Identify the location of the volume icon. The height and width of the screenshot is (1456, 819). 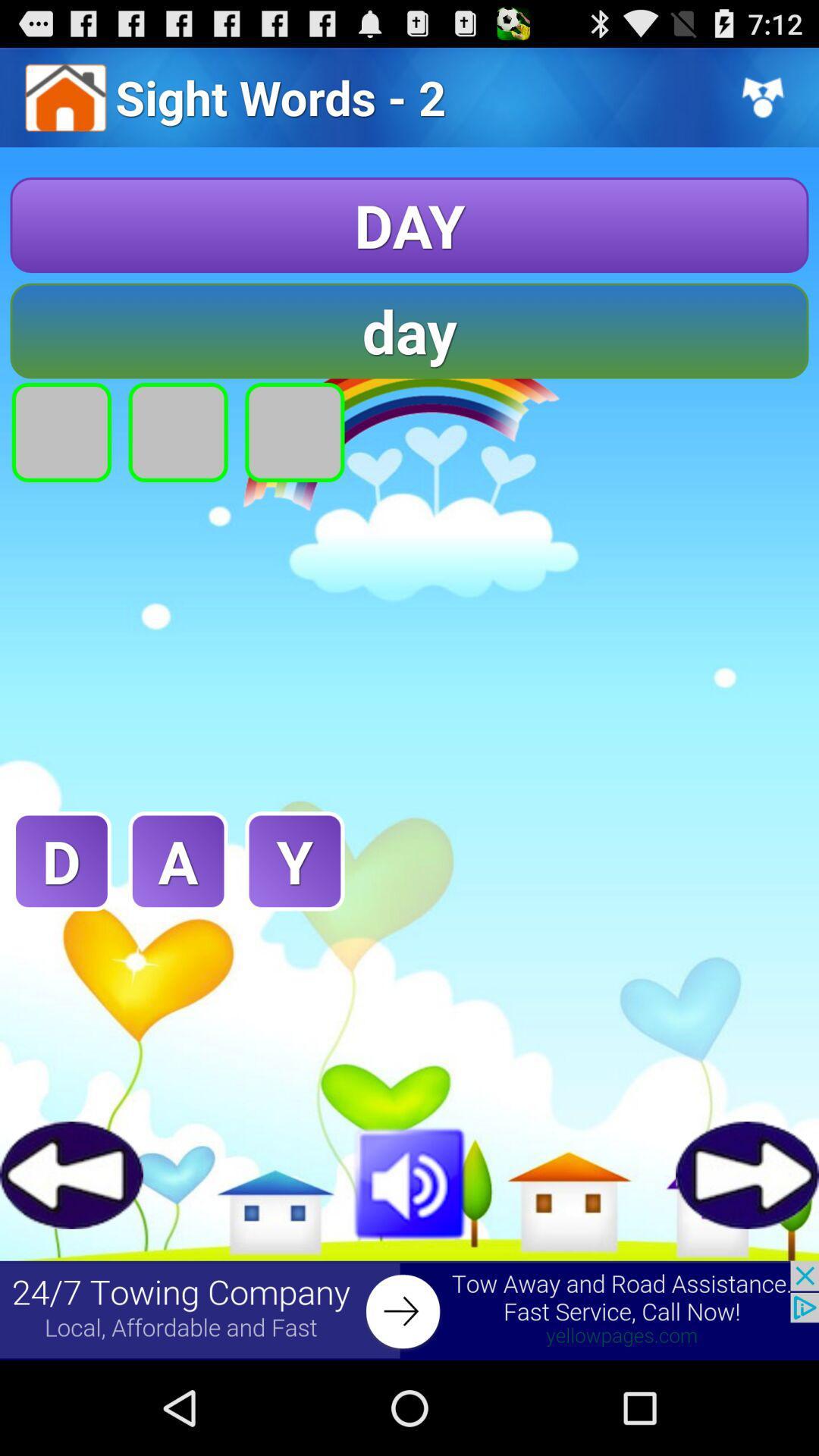
(409, 1264).